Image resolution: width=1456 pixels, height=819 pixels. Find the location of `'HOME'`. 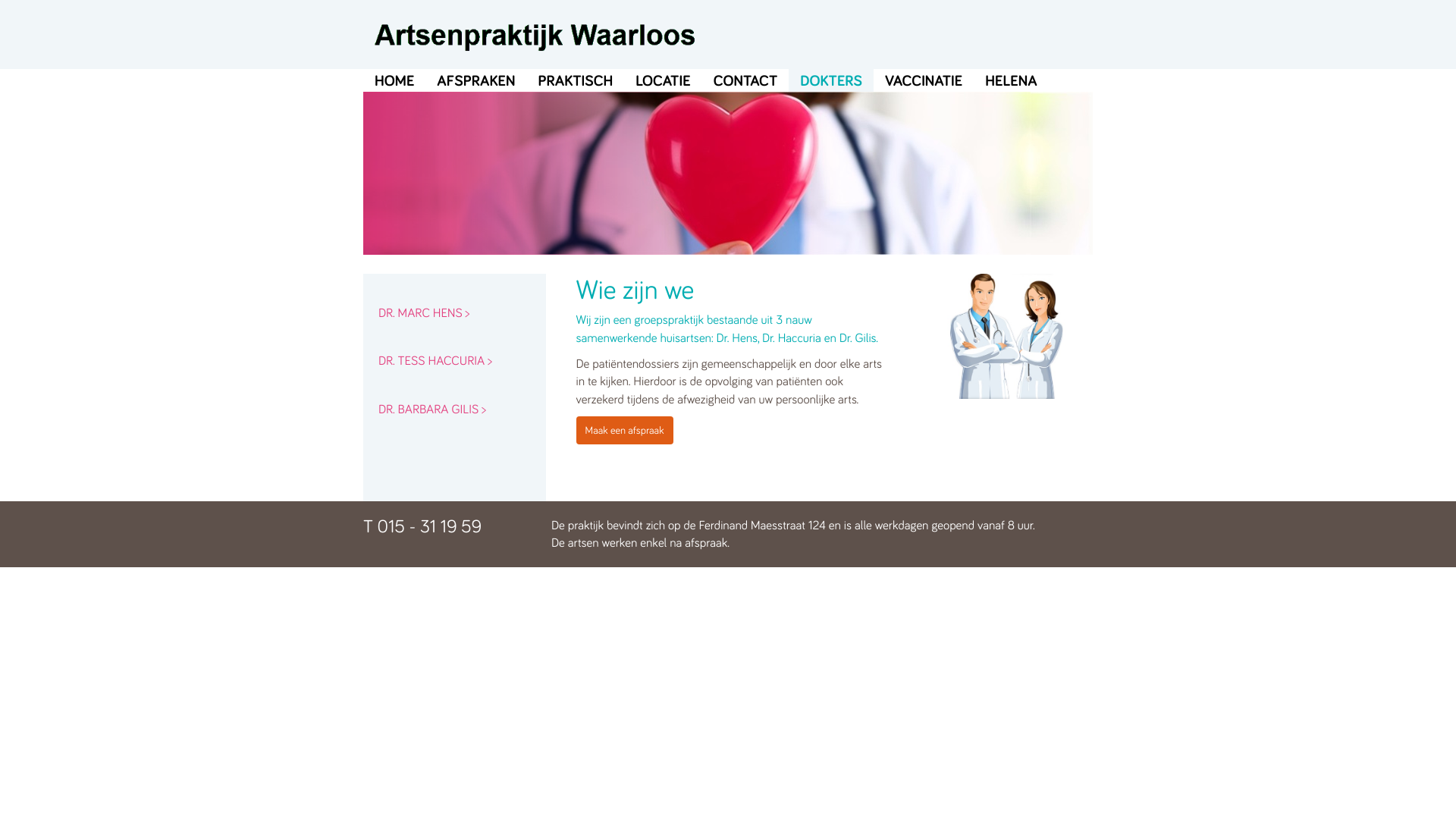

'HOME' is located at coordinates (394, 80).